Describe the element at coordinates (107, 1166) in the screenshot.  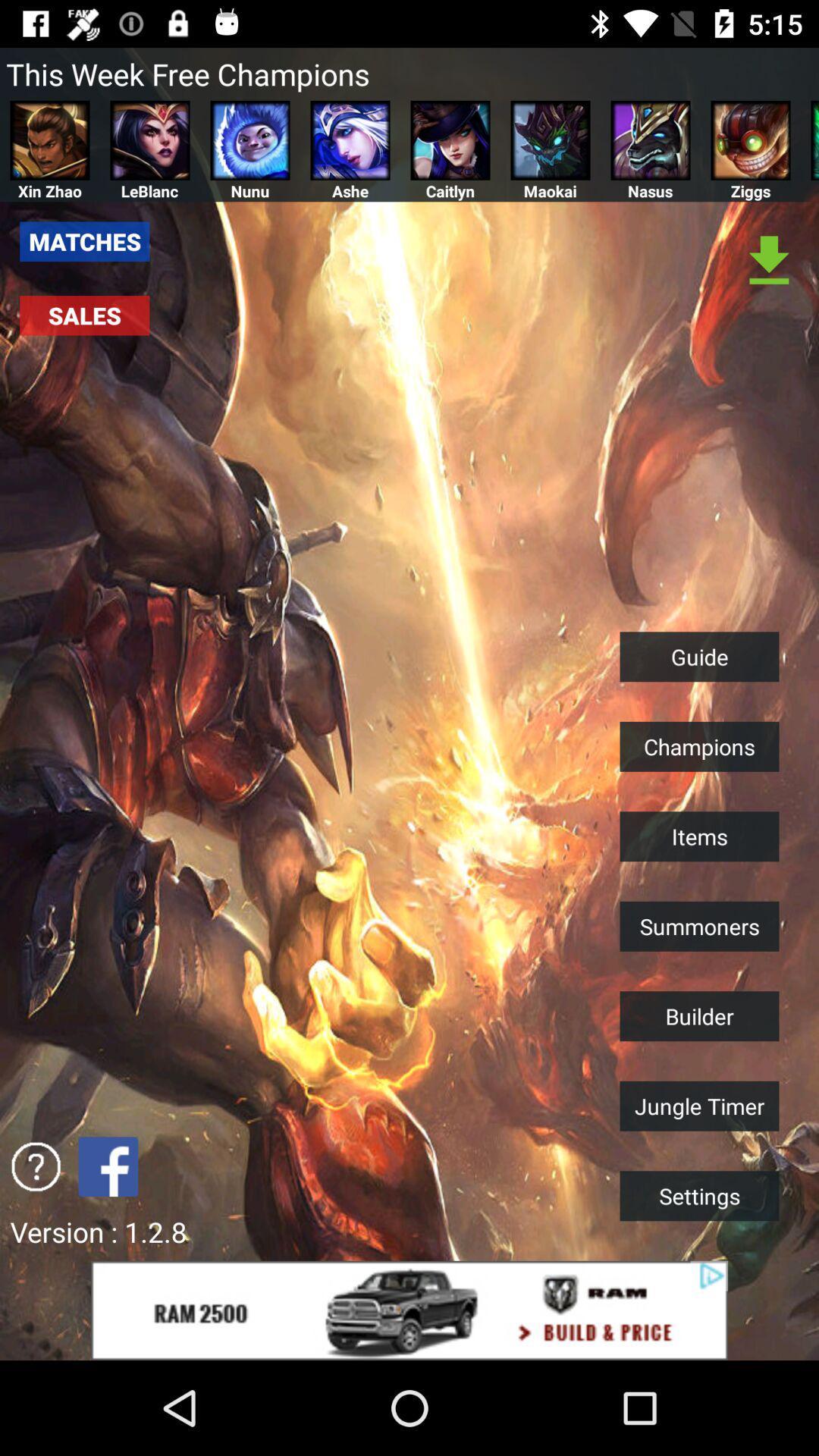
I see `visit facebook` at that location.